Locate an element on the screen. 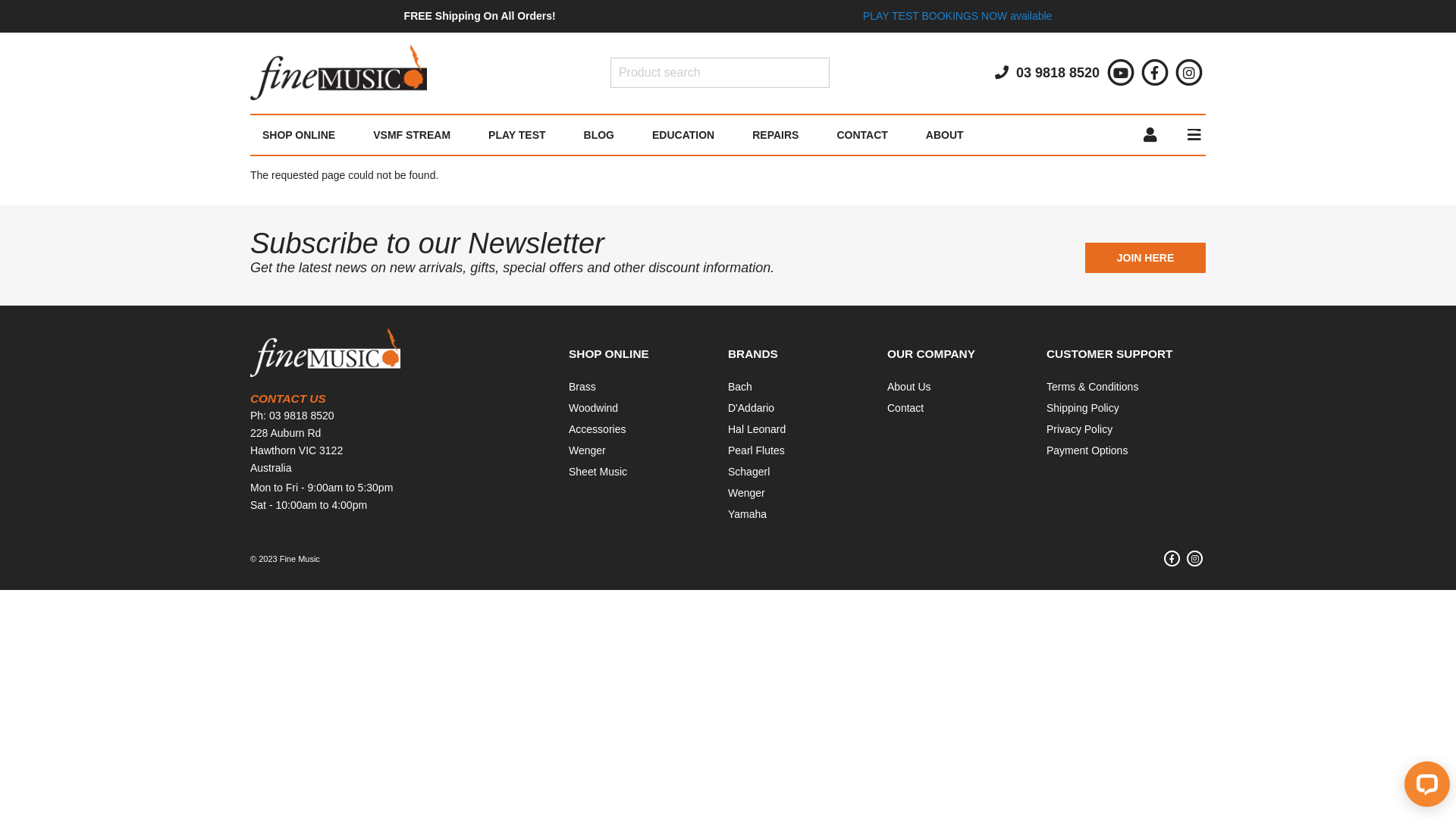 Image resolution: width=1456 pixels, height=819 pixels. 'JOIN HERE' is located at coordinates (1145, 256).